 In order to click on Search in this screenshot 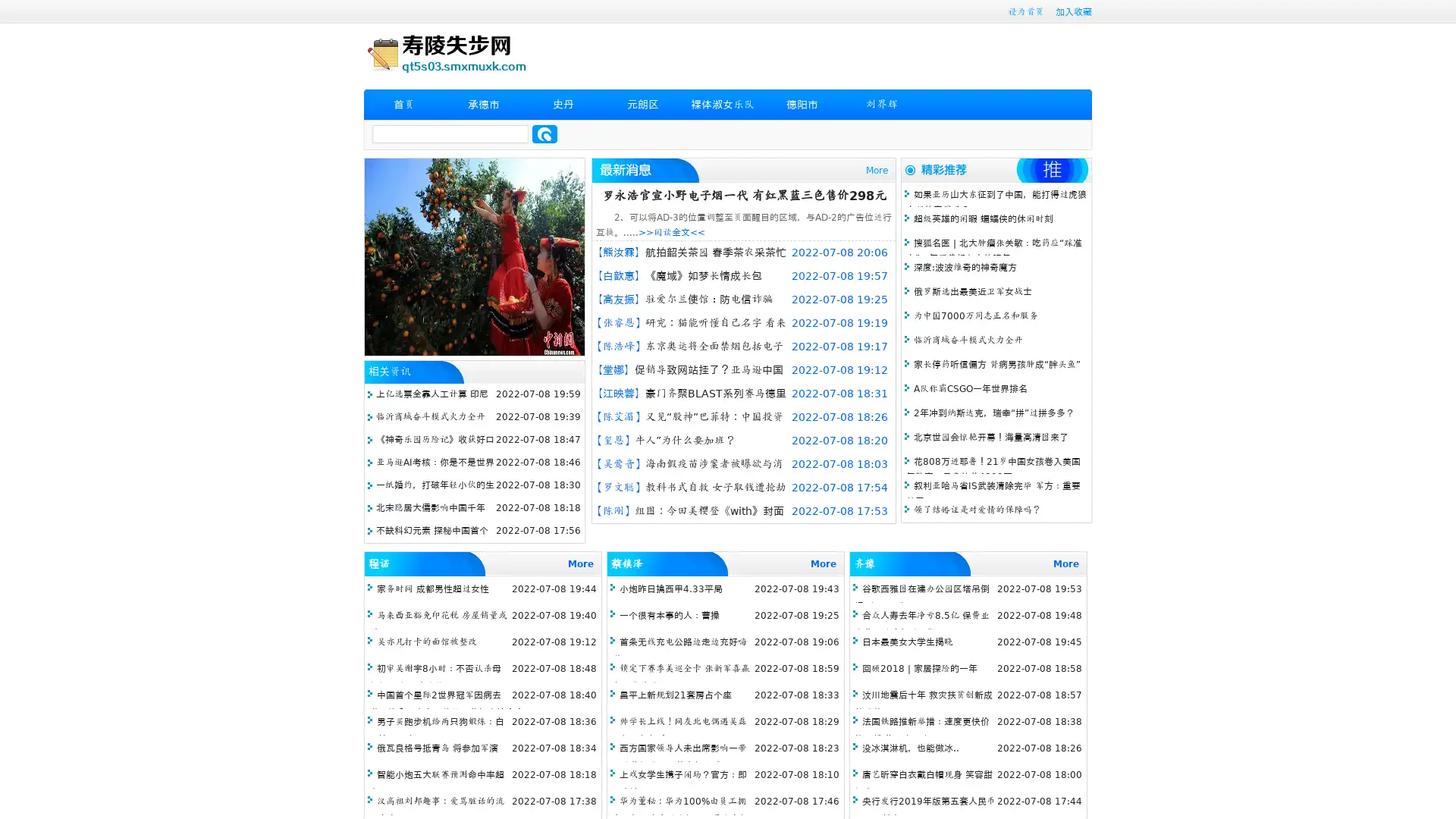, I will do `click(544, 133)`.